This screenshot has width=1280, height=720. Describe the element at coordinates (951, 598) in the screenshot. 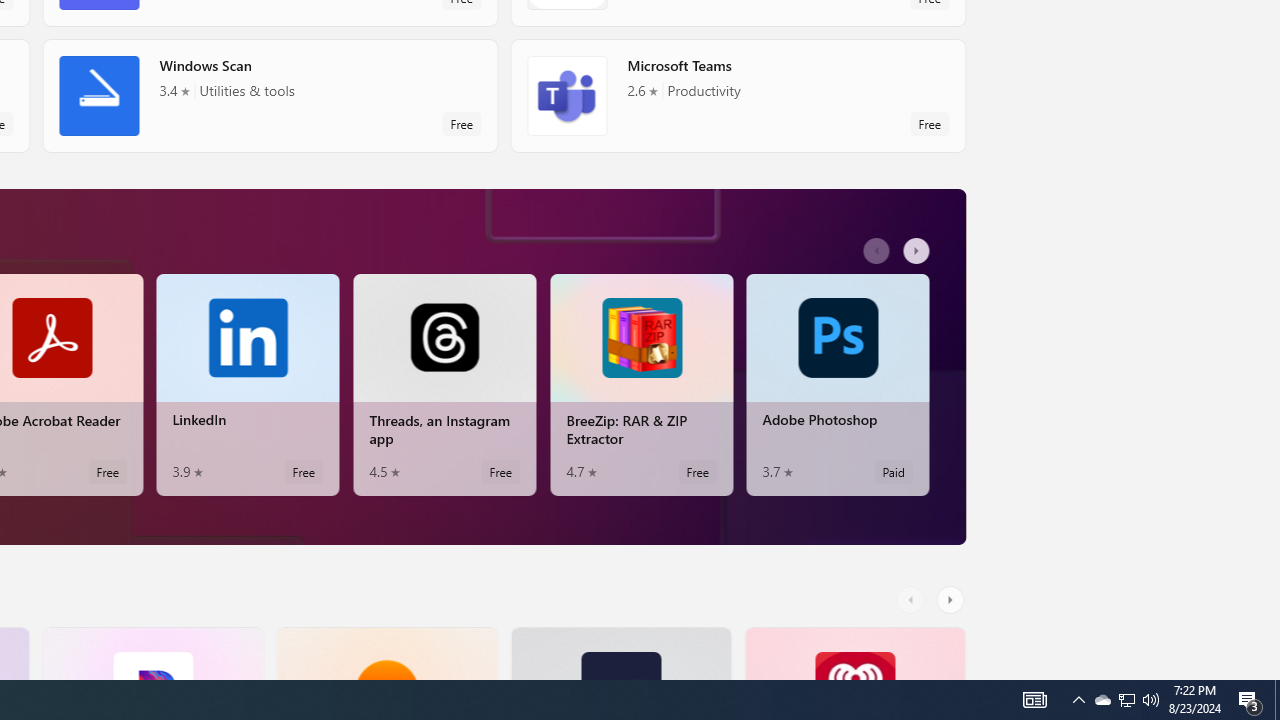

I see `'AutomationID: RightScrollButton'` at that location.